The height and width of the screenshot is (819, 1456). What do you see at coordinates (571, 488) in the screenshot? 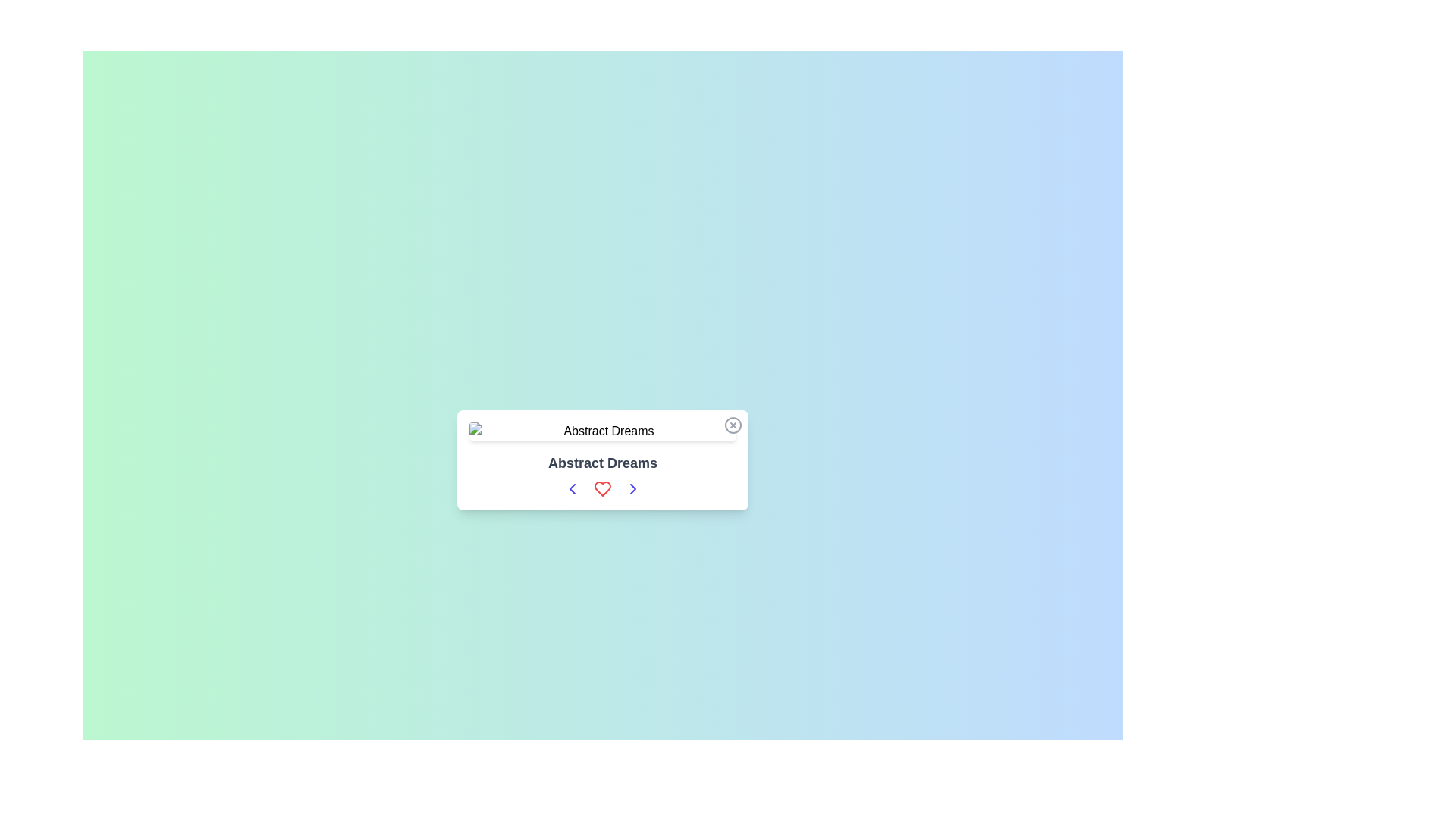
I see `the left arrow button styled in blue, which is the leftmost button in the horizontal group below the 'Abstract Dreams' text` at bounding box center [571, 488].